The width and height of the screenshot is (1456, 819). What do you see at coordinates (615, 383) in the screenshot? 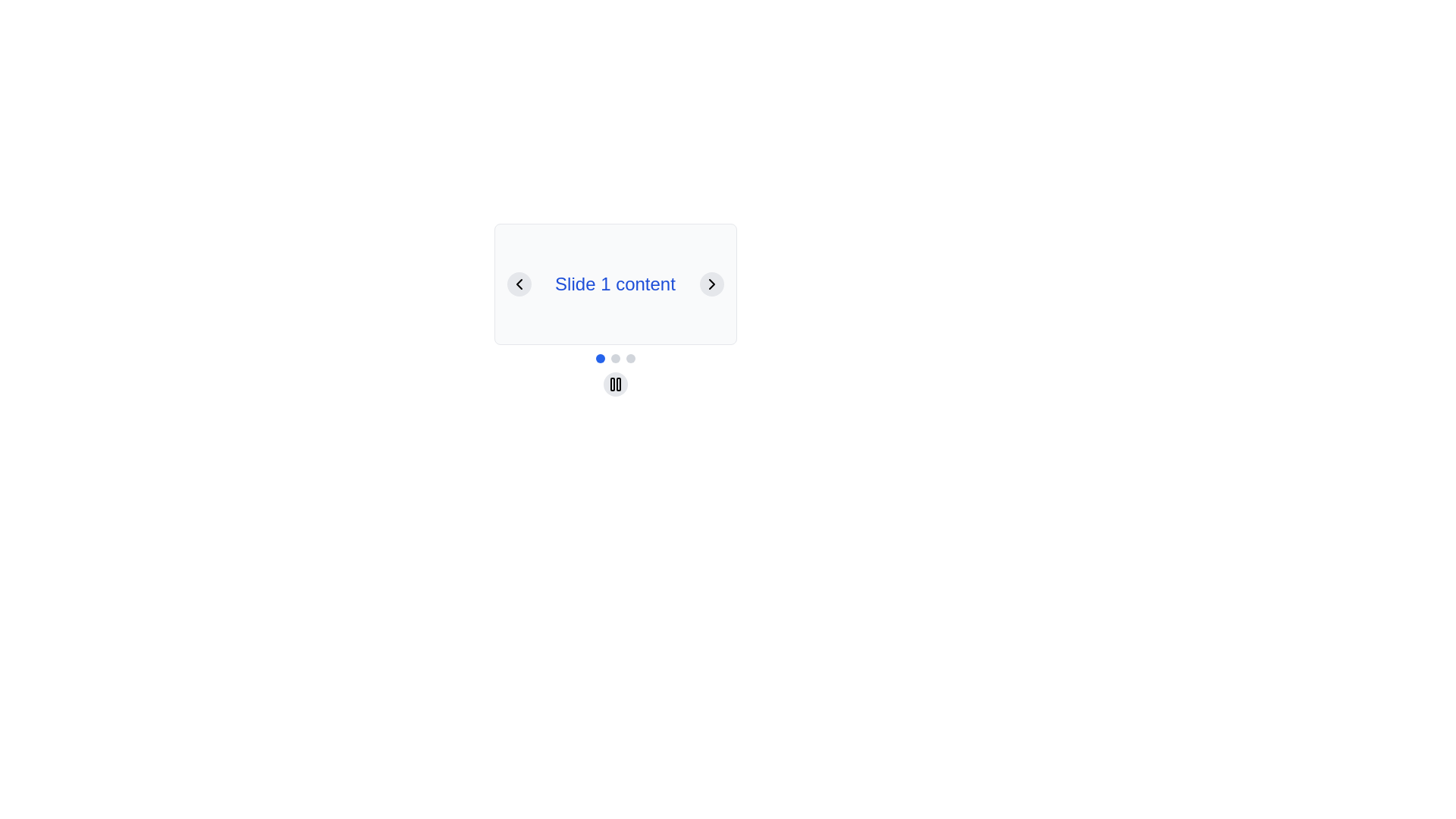
I see `the 'Pause' button, which is an icon button with a pause symbol located at the center-bottom of the interface` at bounding box center [615, 383].